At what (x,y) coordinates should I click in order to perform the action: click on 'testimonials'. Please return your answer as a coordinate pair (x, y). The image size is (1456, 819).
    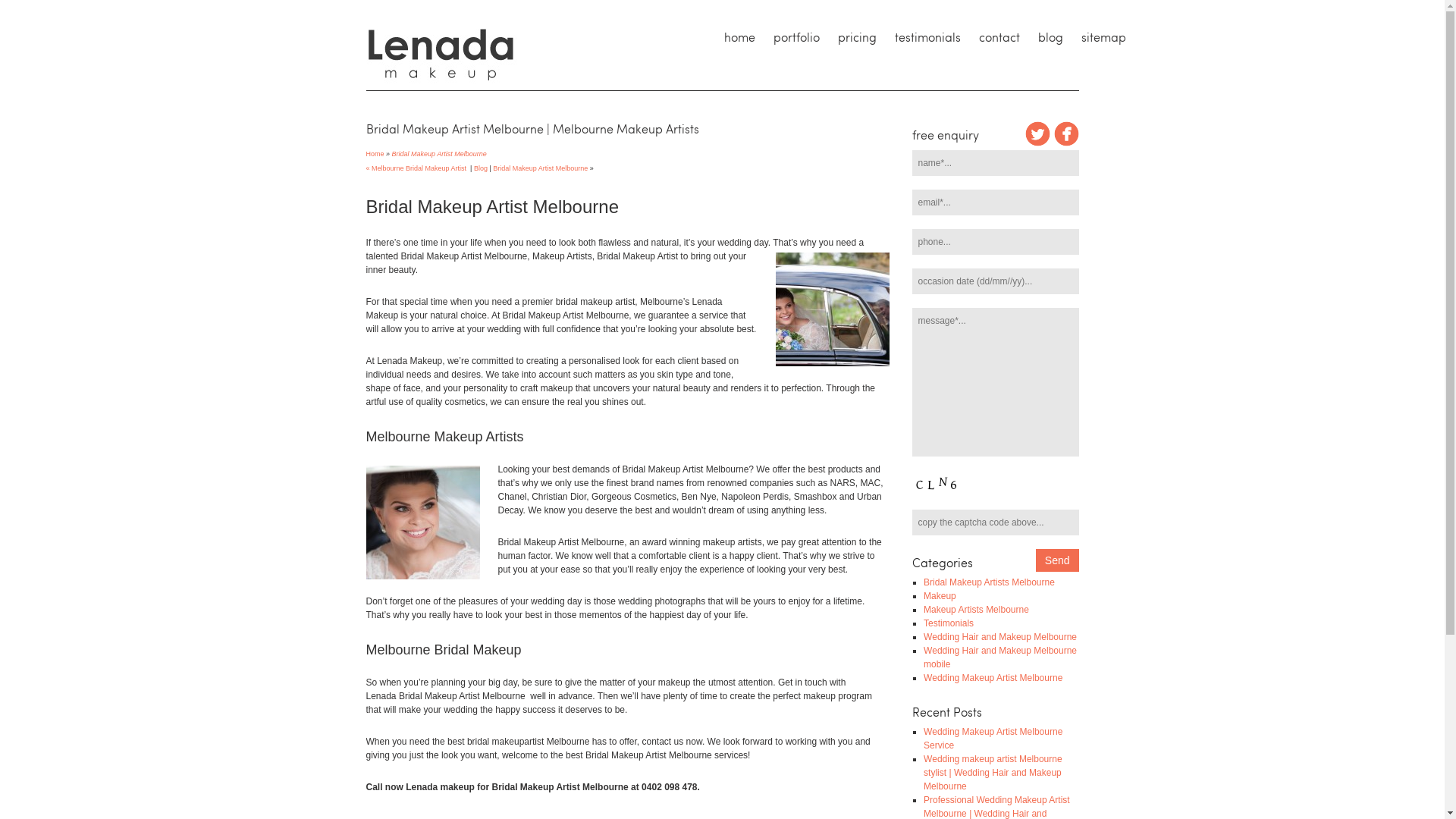
    Looking at the image, I should click on (927, 36).